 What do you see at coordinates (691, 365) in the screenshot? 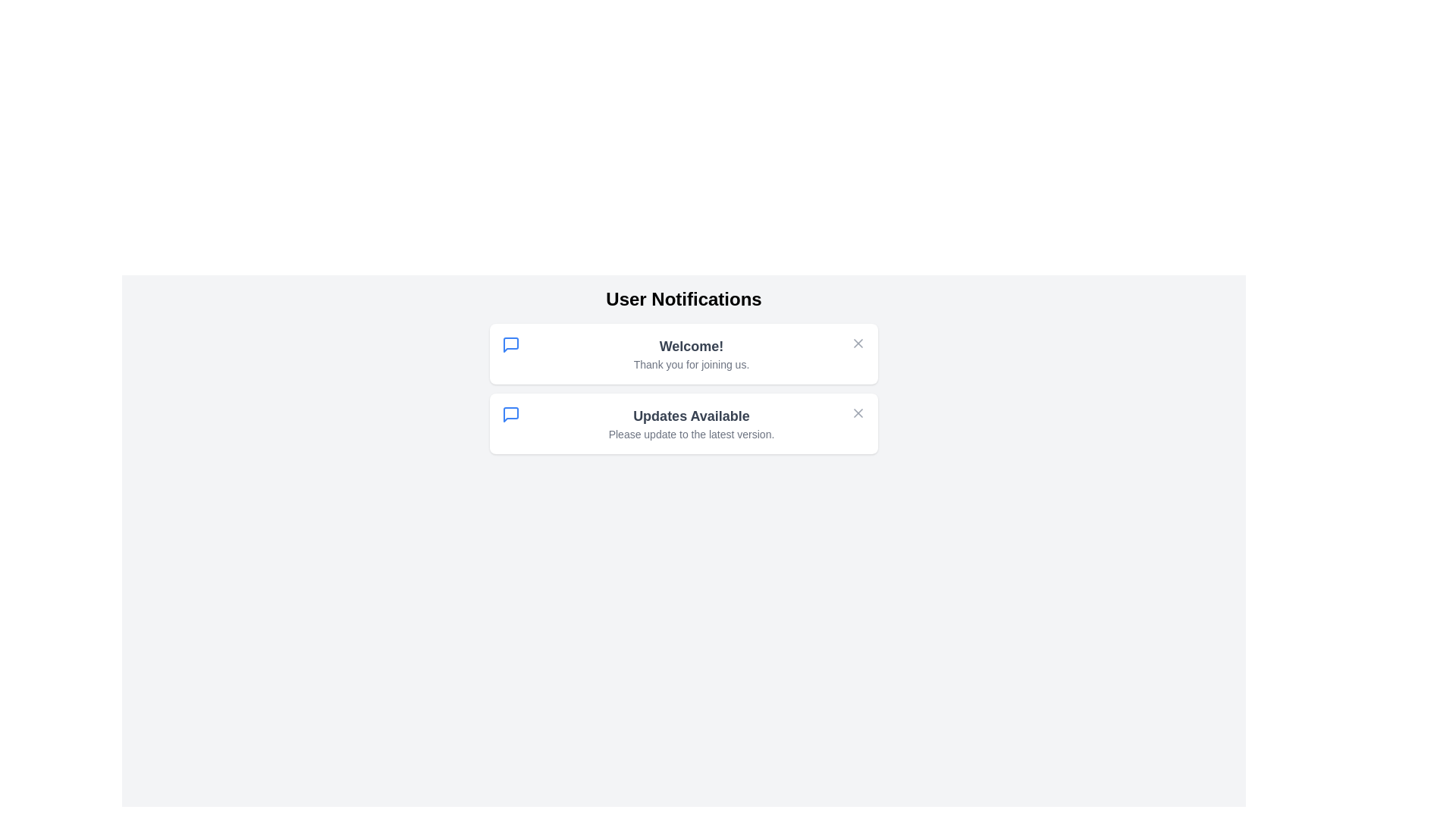
I see `the text label providing supplementary information below the 'Welcome!' title in the notification card` at bounding box center [691, 365].